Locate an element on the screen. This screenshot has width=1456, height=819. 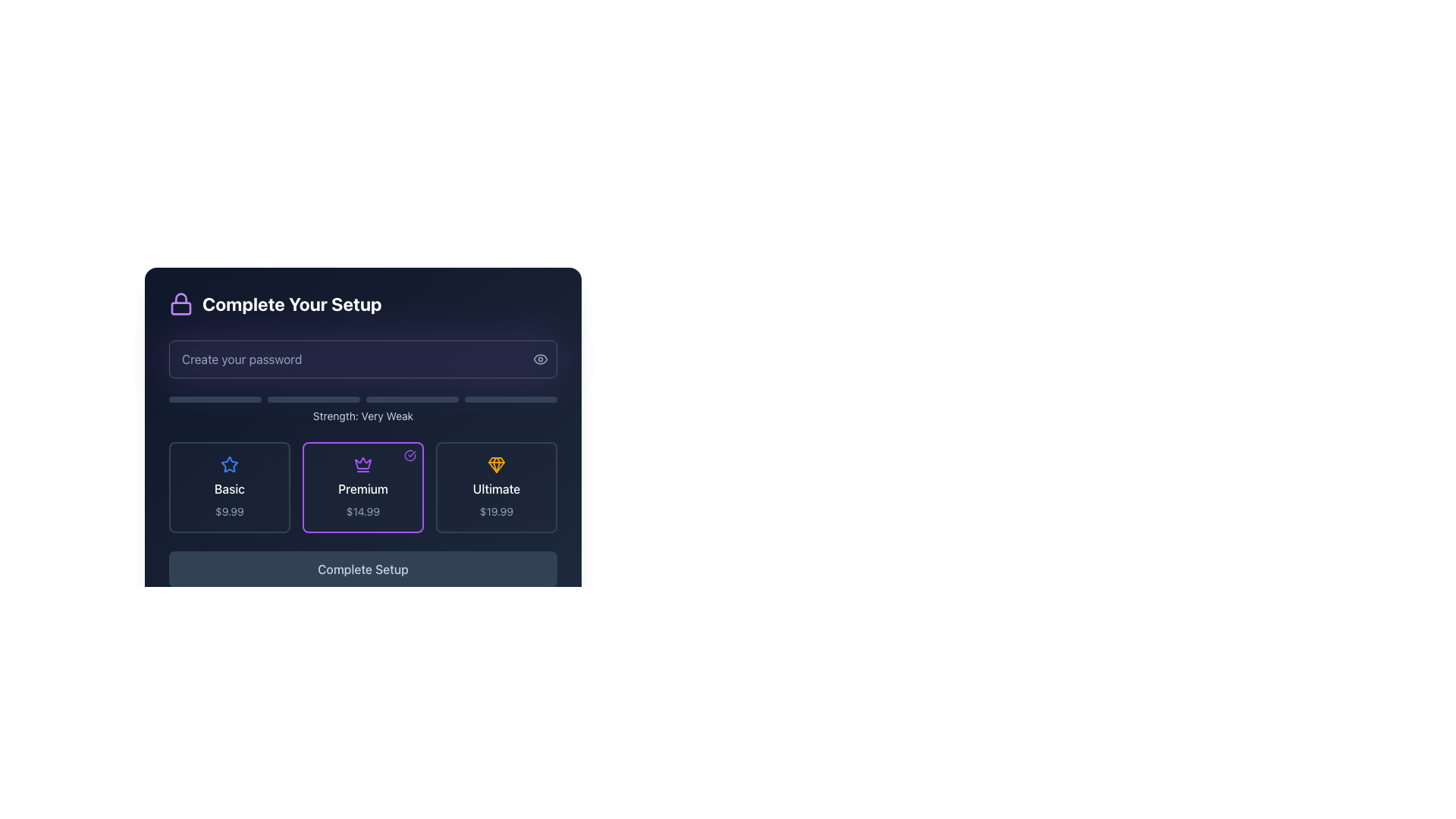
the fourth progress indicator segment in the password strength meter, which is a dark gray horizontal bar with a rounded appearance is located at coordinates (510, 399).